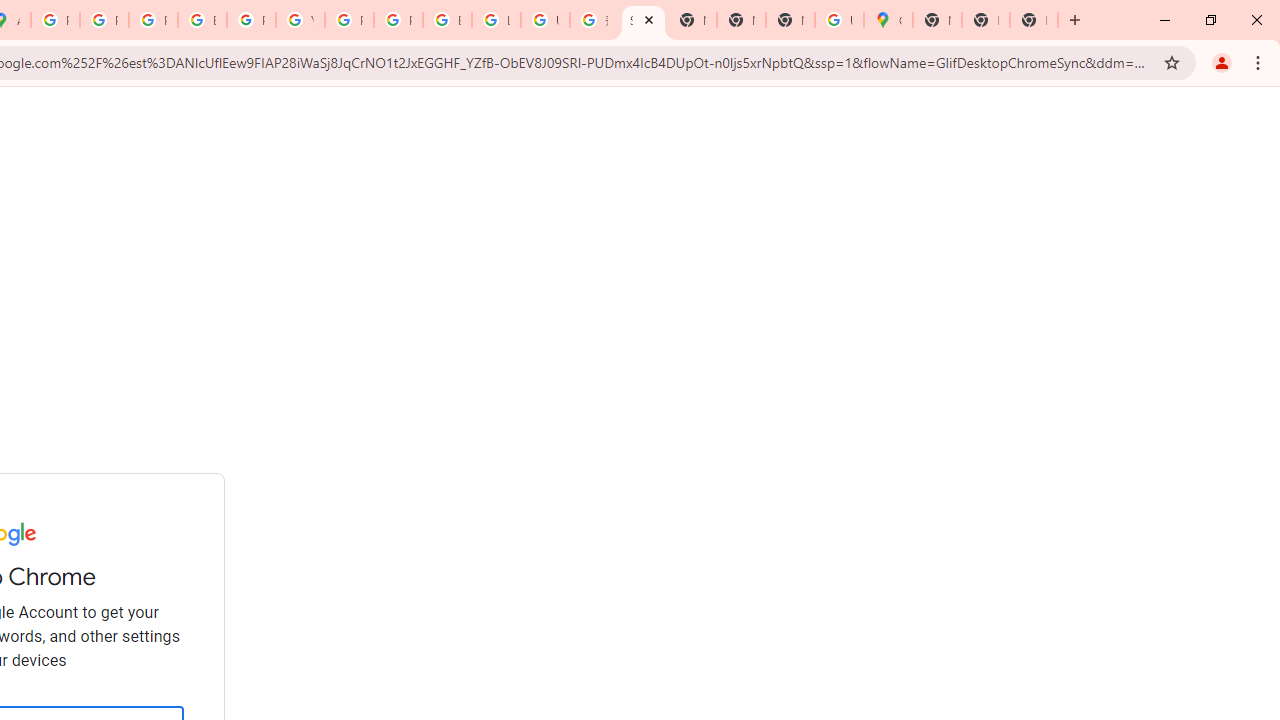  I want to click on 'Policy Accountability and Transparency - Transparency Center', so click(55, 20).